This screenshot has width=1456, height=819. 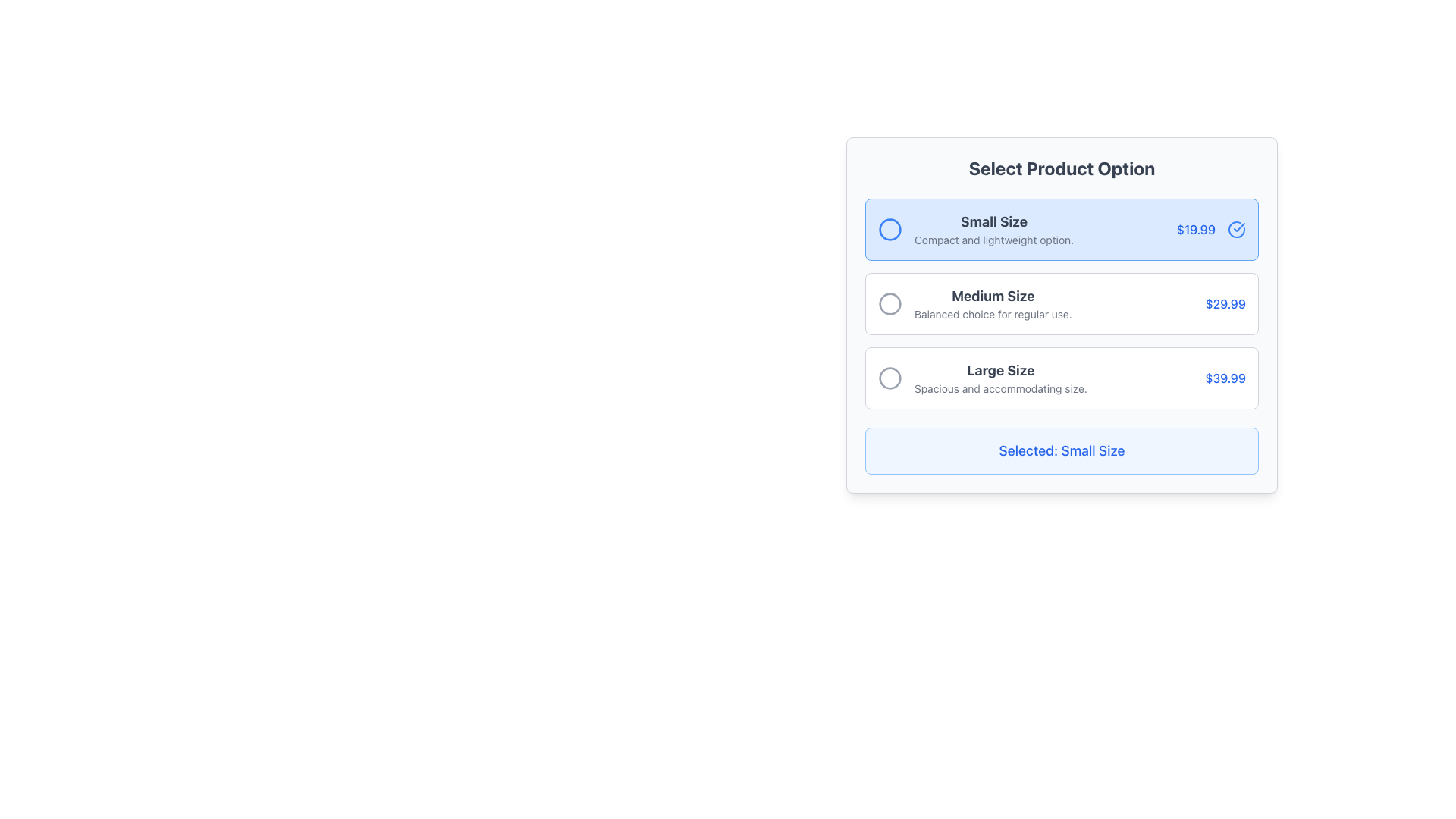 I want to click on price information displayed in the blue-colored text label showing '$29.99', located at the far right of the 'Medium Size' selection card, so click(x=1225, y=304).